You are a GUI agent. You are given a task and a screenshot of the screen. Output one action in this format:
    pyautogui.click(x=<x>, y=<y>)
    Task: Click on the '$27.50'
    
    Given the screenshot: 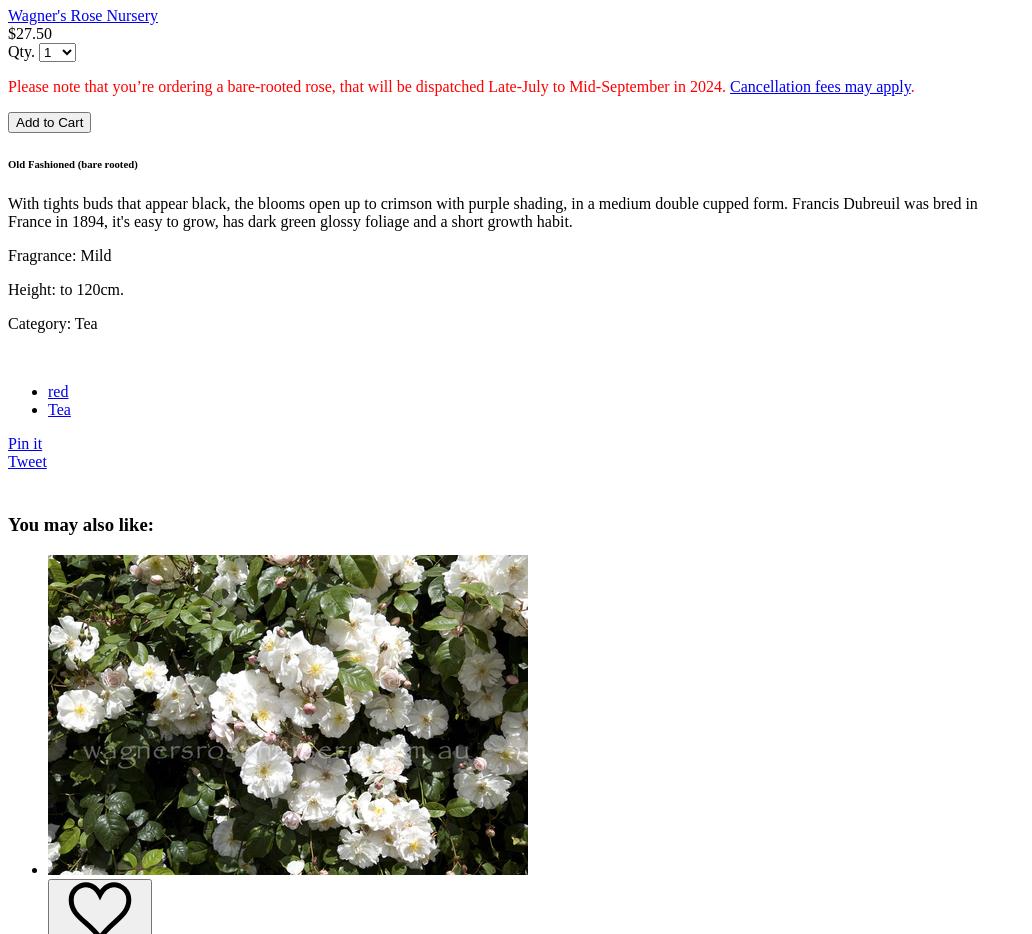 What is the action you would take?
    pyautogui.click(x=30, y=31)
    